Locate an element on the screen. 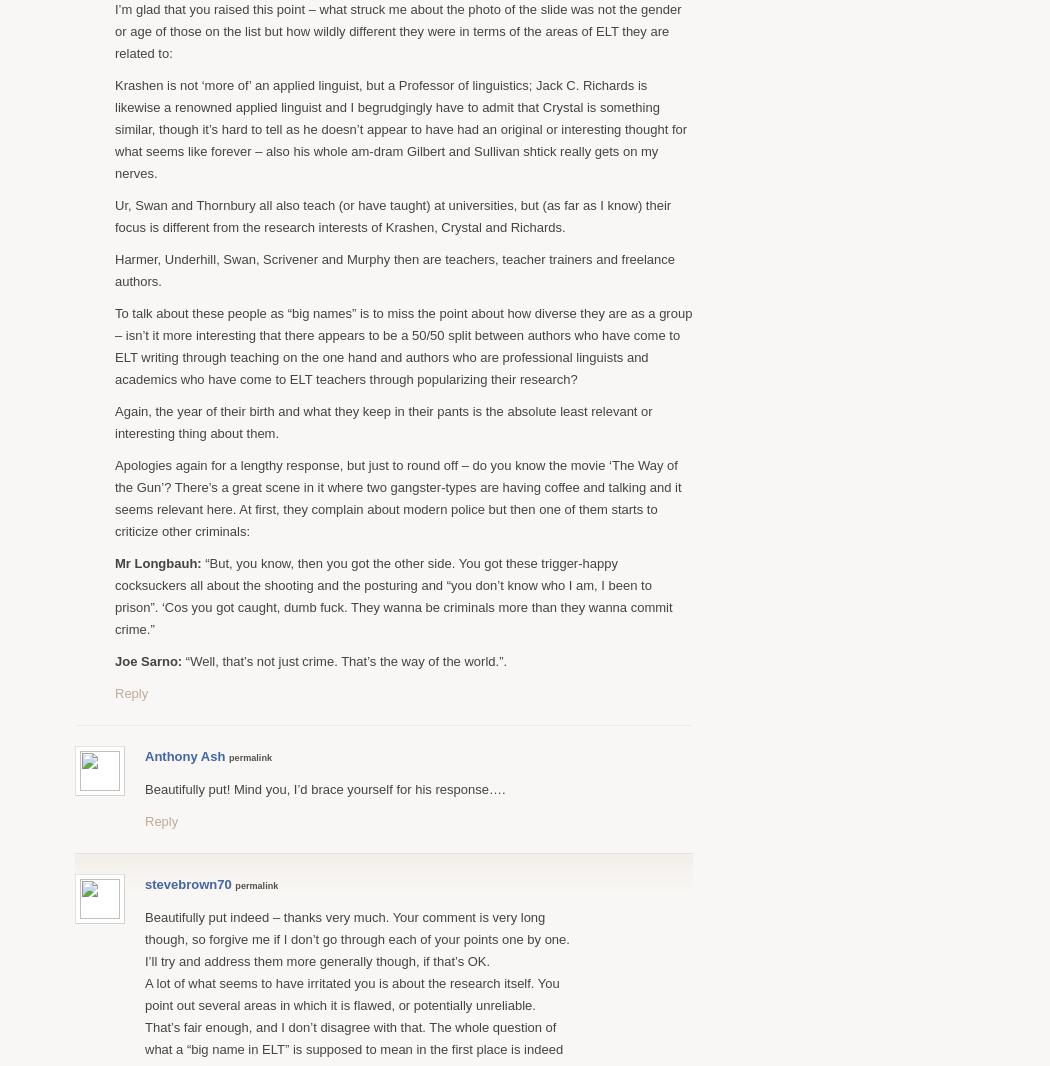 Image resolution: width=1050 pixels, height=1066 pixels. 'Beautifully put! Mind you, I’d brace yourself for his response….' is located at coordinates (324, 787).